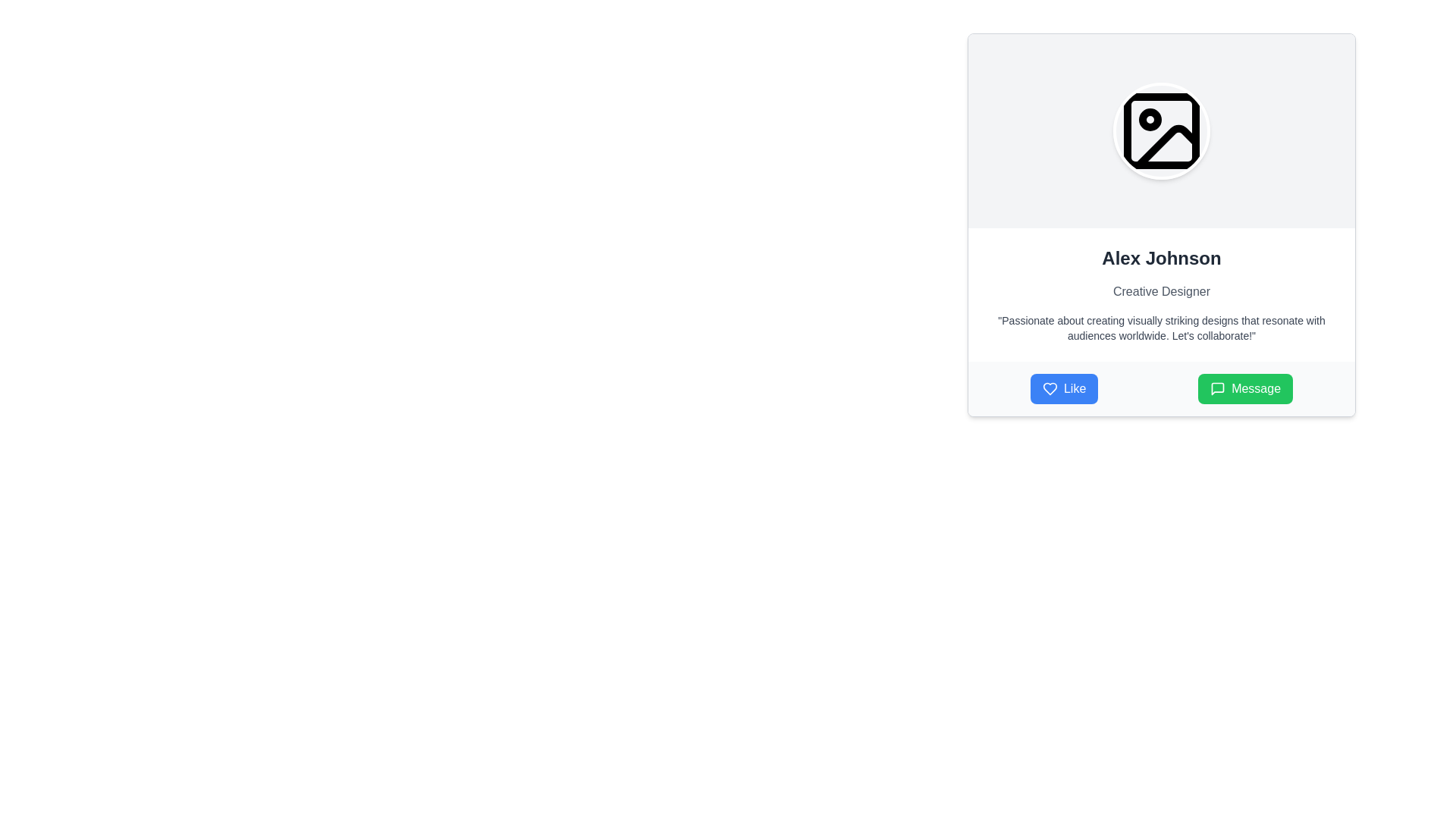 This screenshot has height=819, width=1456. Describe the element at coordinates (1160, 327) in the screenshot. I see `the motivational quote text block located below 'Creative Designer' and above the 'Like' and 'Message' buttons in the profile card layout` at that location.